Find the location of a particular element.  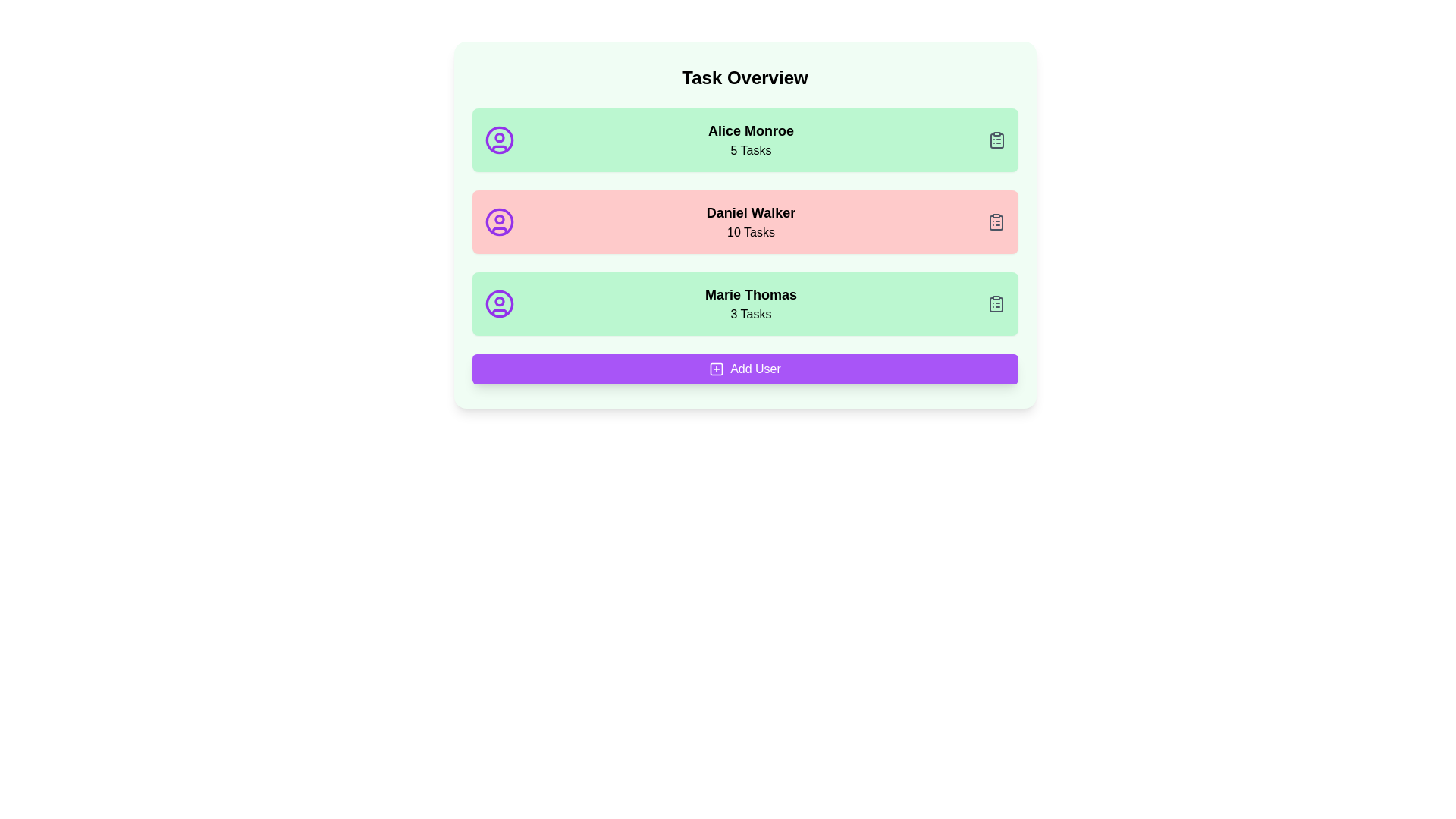

the user detail icon for Daniel Walker to view their details is located at coordinates (499, 222).